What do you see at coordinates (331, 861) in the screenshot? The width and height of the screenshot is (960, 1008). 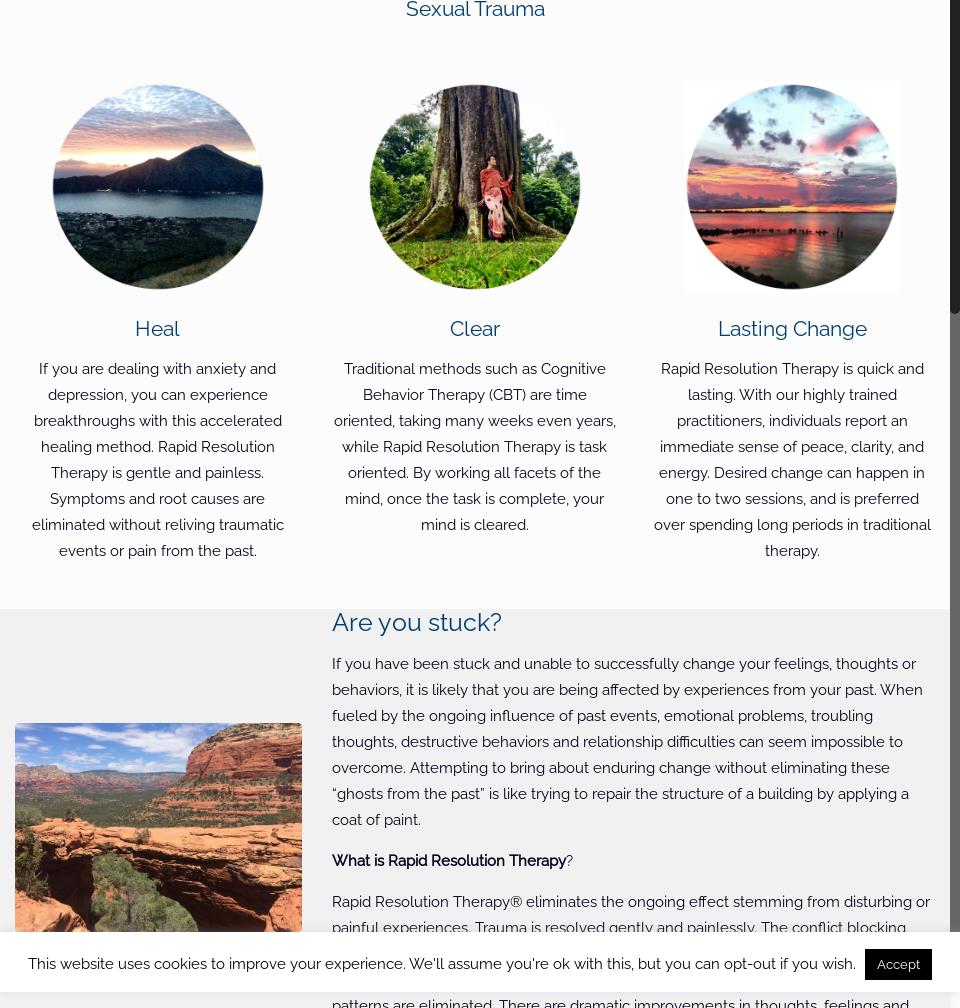 I see `'What is Rapid Resolution Therapy'` at bounding box center [331, 861].